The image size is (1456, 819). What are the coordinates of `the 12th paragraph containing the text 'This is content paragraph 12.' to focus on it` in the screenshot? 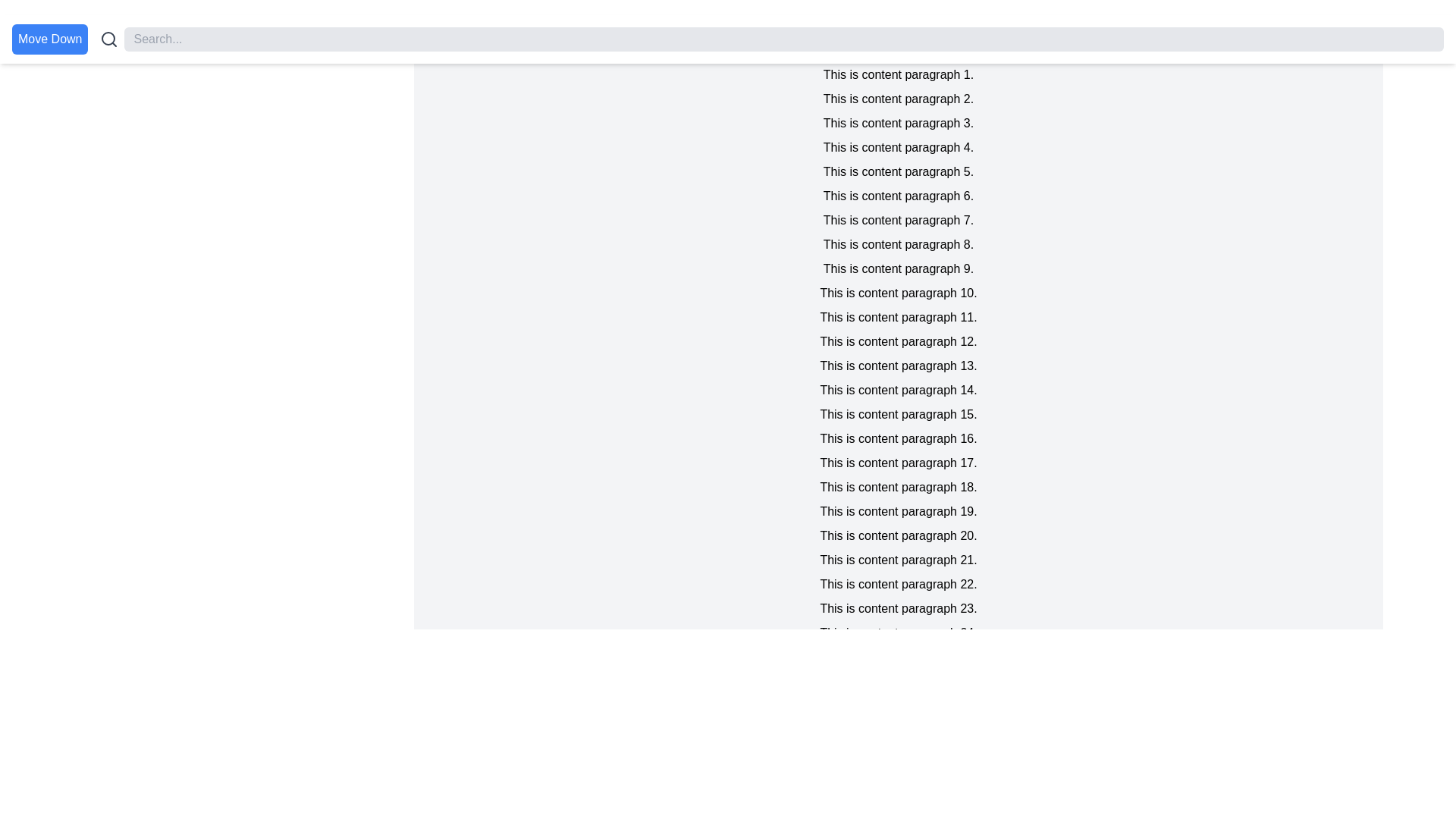 It's located at (899, 342).